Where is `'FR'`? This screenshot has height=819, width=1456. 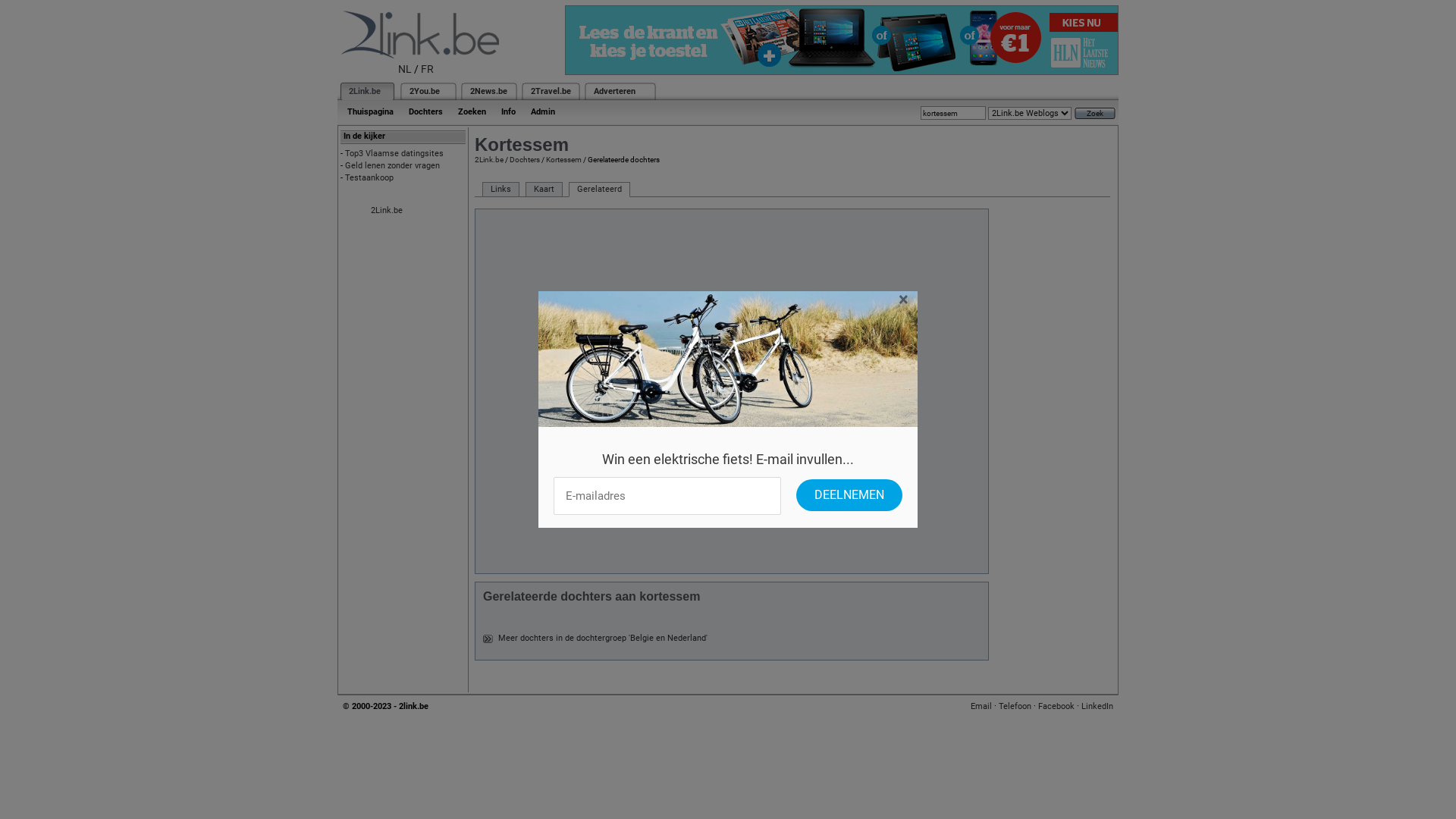
'FR' is located at coordinates (421, 69).